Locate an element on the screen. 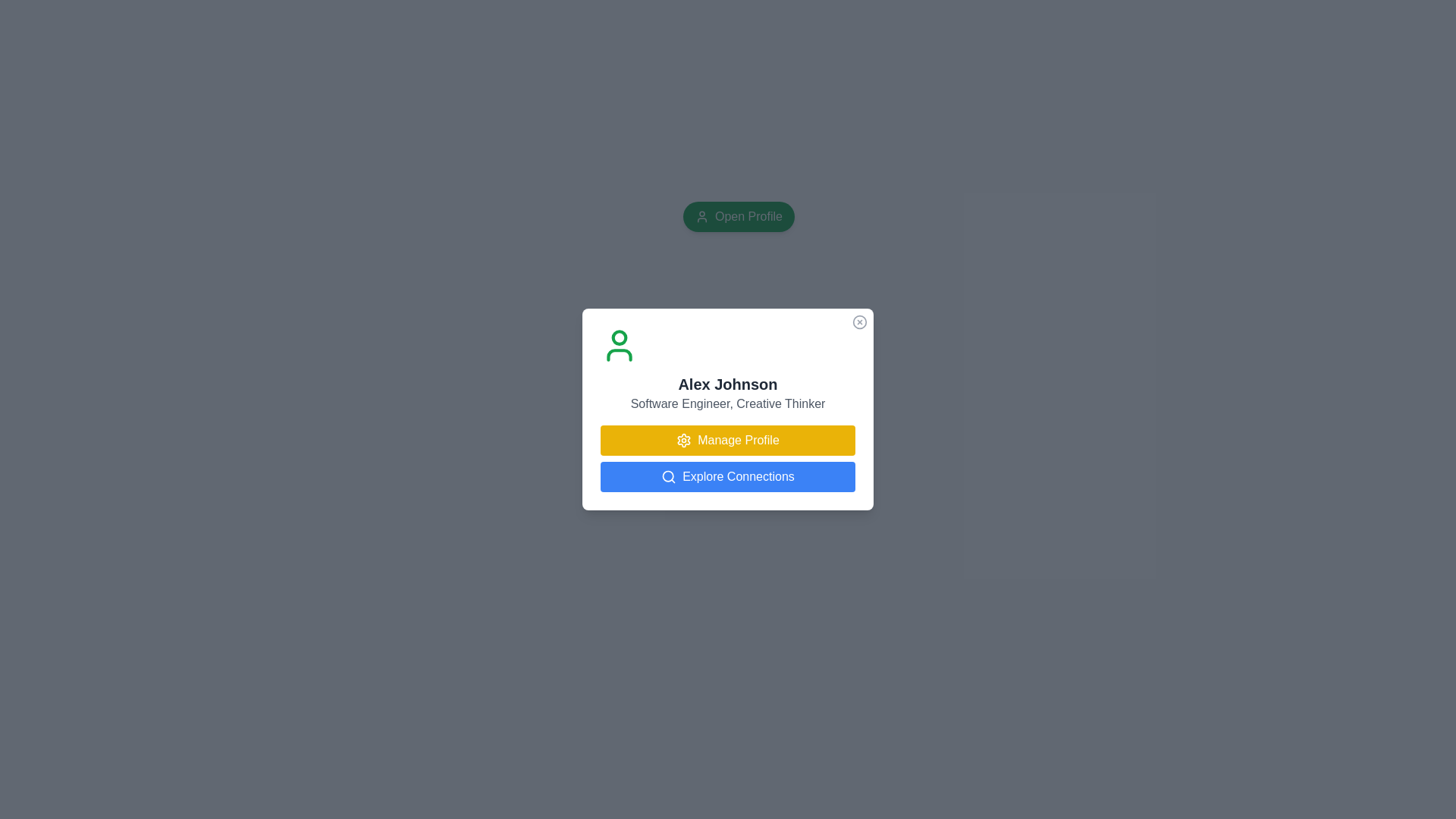 The width and height of the screenshot is (1456, 819). the profile settings button located at the top of the 'Explore Connections' blue button is located at coordinates (728, 441).